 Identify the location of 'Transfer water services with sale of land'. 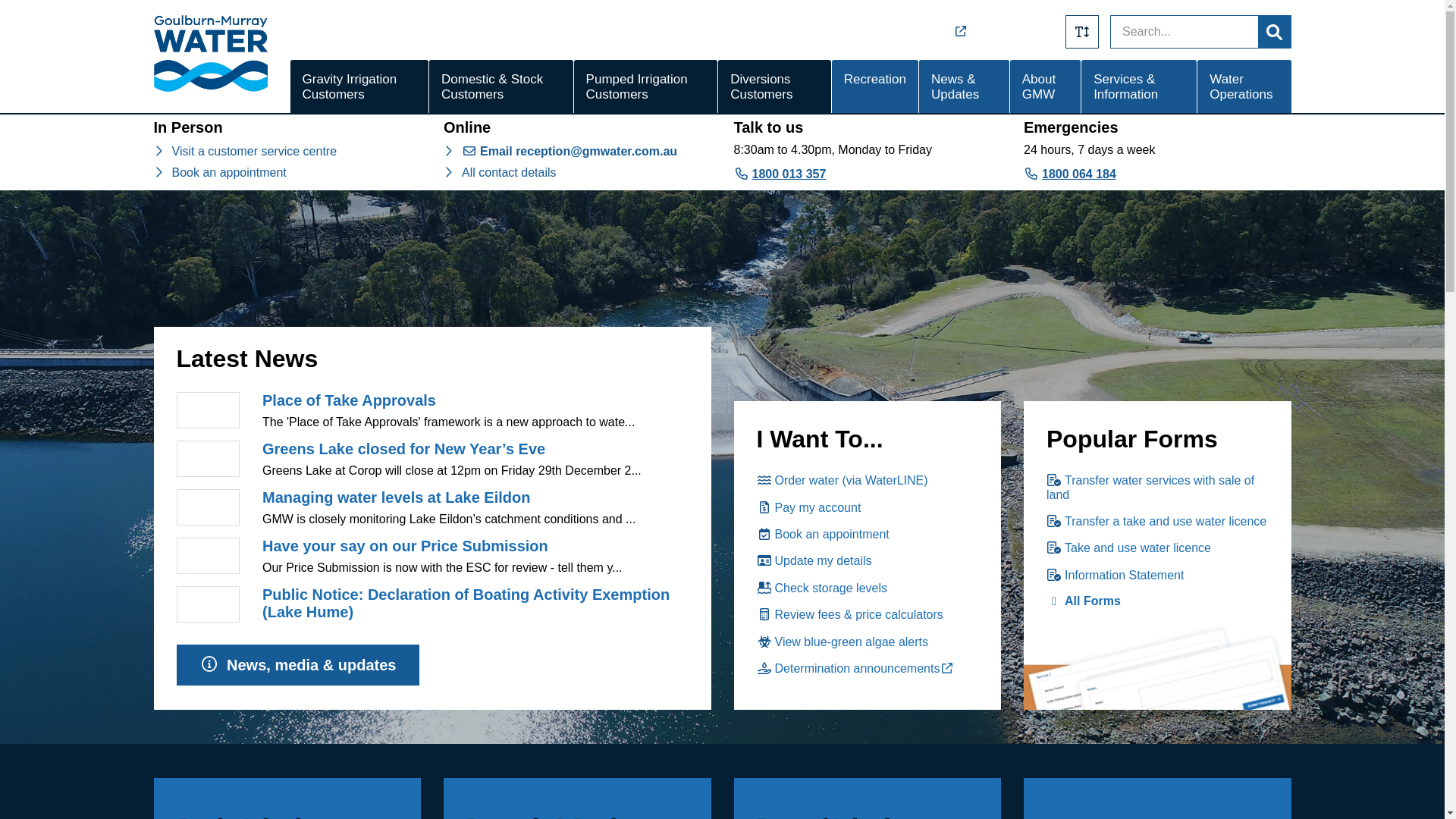
(1150, 487).